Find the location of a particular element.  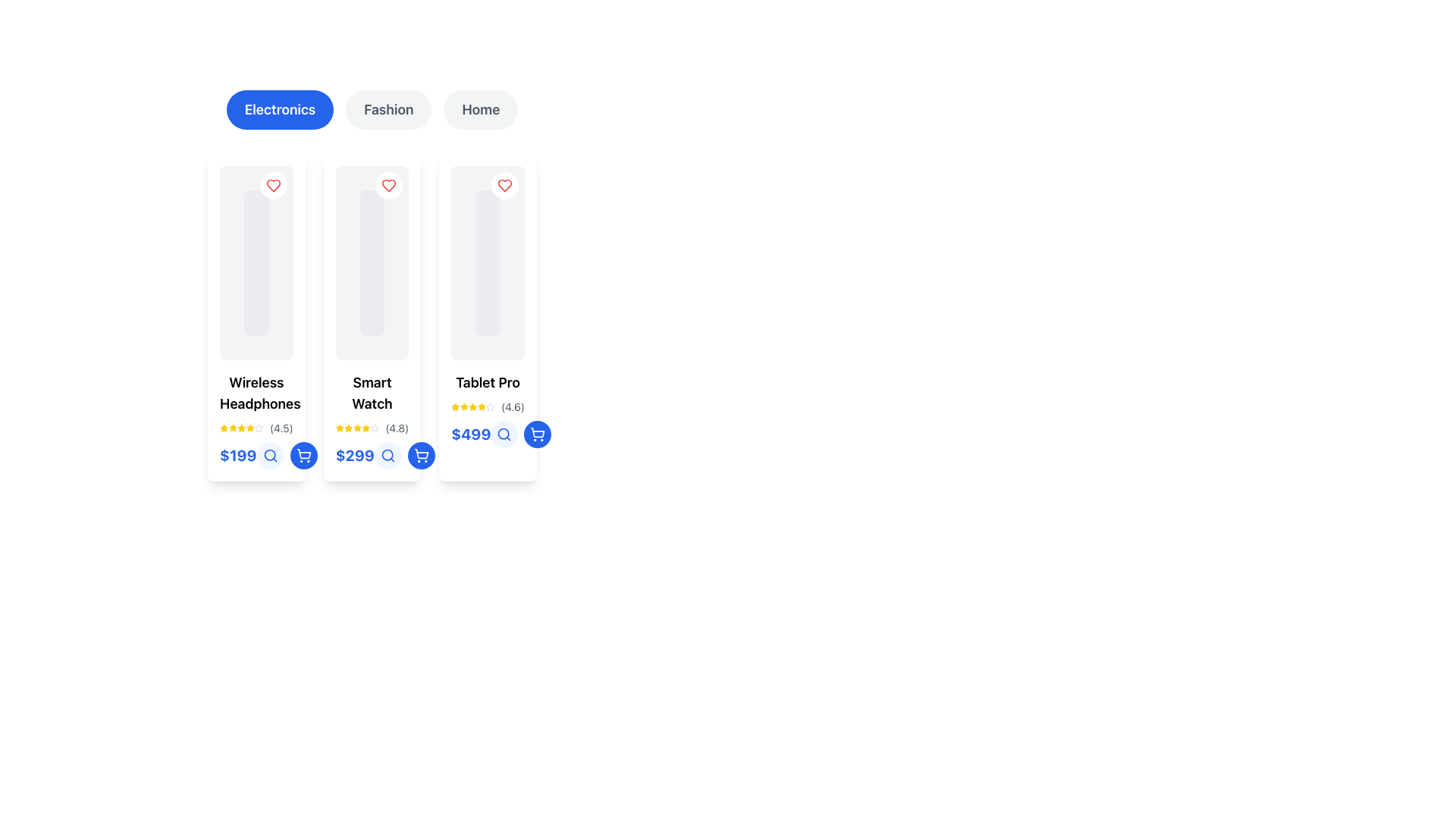

the fifth star-shaped icon outlined in gray to potentially mark it as rated in the rating scale for 'Wireless Headphones' is located at coordinates (259, 428).